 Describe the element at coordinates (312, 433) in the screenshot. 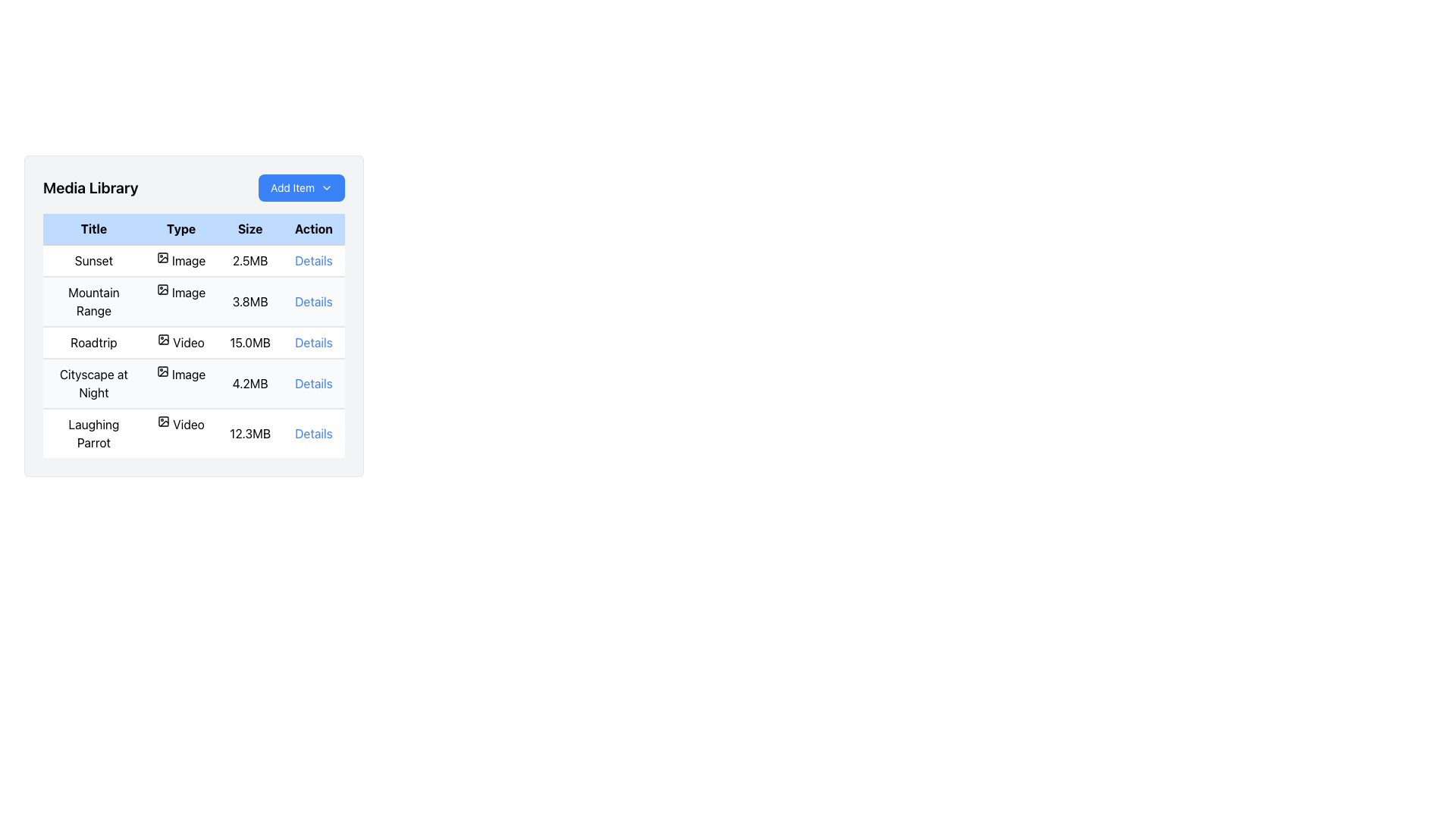

I see `the blue hyperlink labeled 'Details' in the 'Action' column of the 'Laughing Parrot' video file row` at that location.